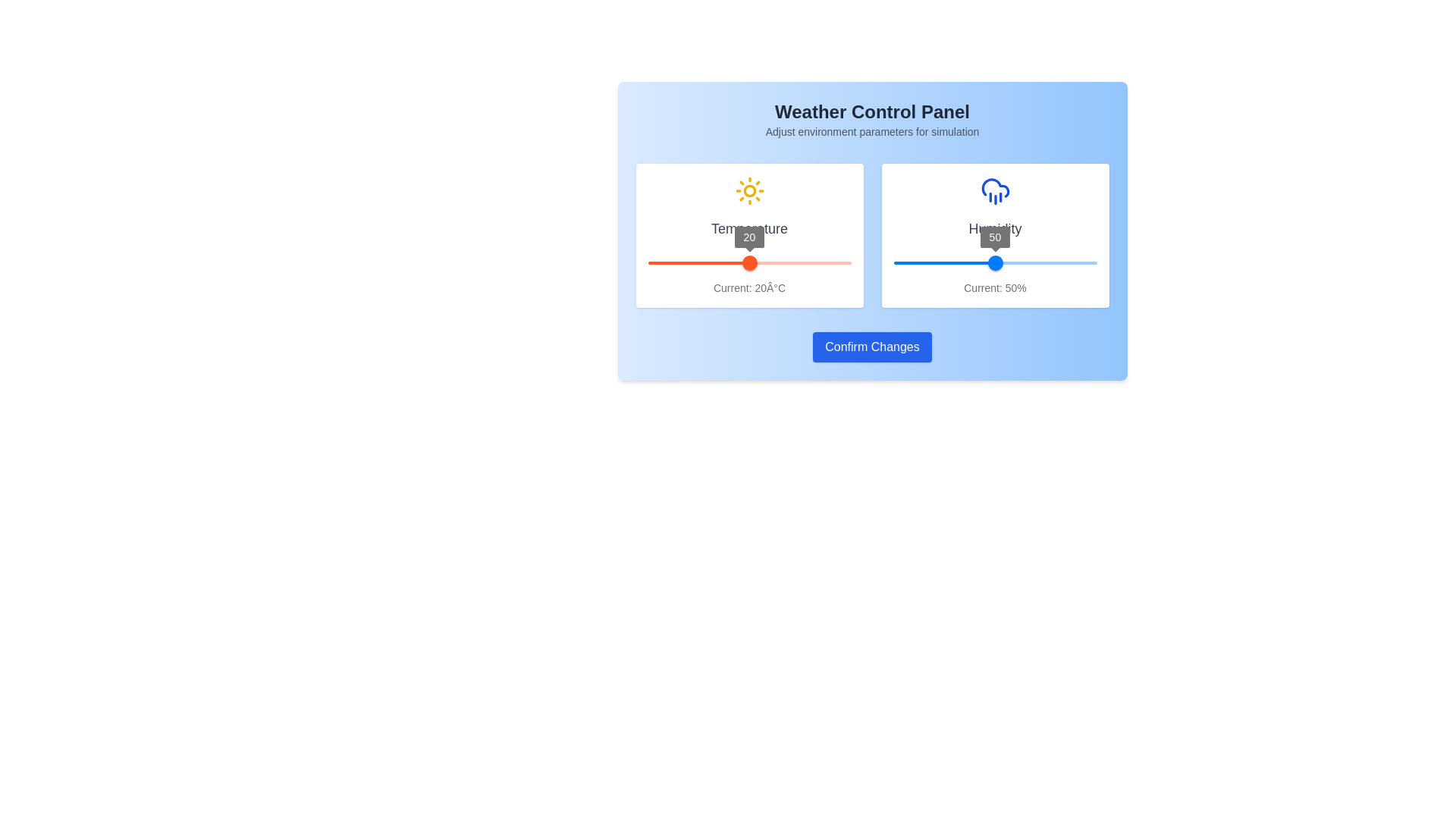 The height and width of the screenshot is (819, 1456). What do you see at coordinates (749, 190) in the screenshot?
I see `the sun icon located at the top of the temperature control section within the 'Weather Control Panel' interface, which serves as a visual indicator for temperature adjustment` at bounding box center [749, 190].